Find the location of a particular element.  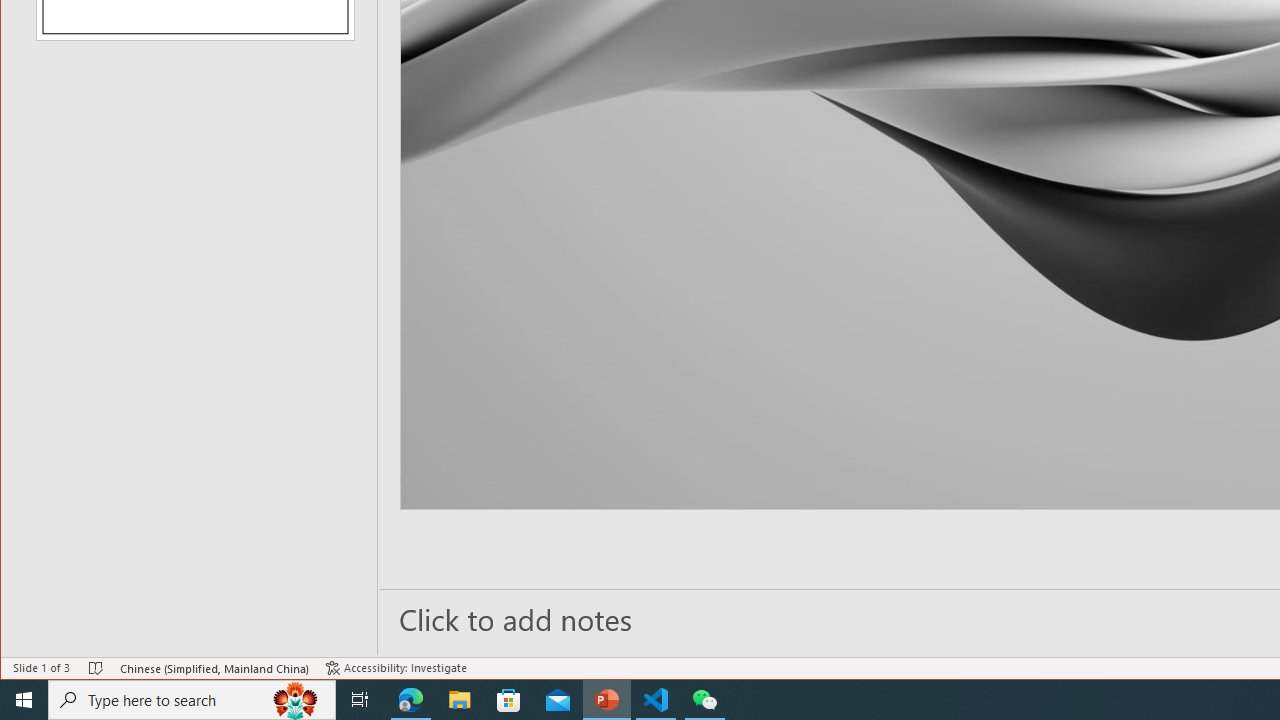

'Task View' is located at coordinates (359, 698).